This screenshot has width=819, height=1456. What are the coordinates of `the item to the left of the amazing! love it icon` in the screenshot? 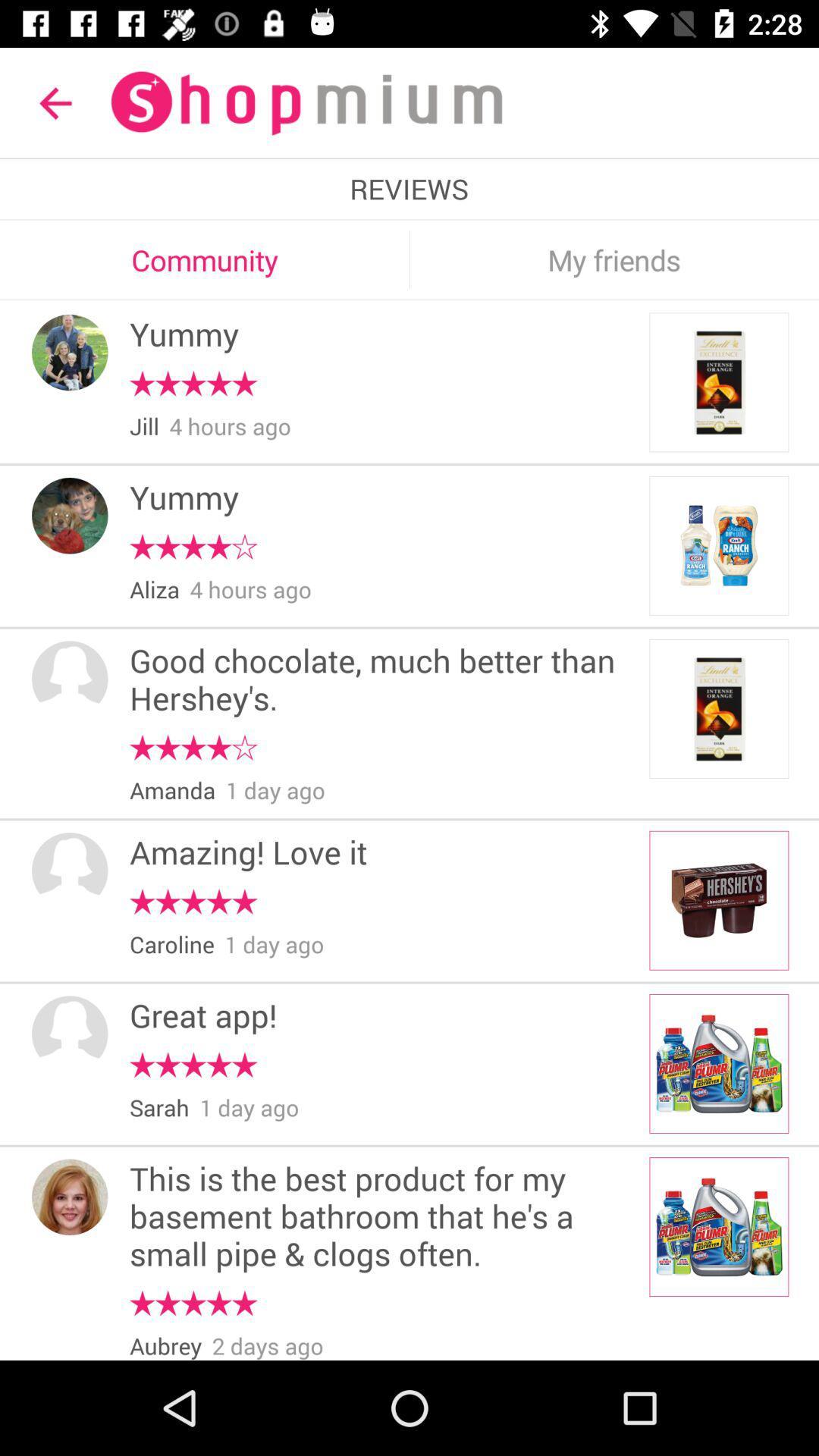 It's located at (70, 871).